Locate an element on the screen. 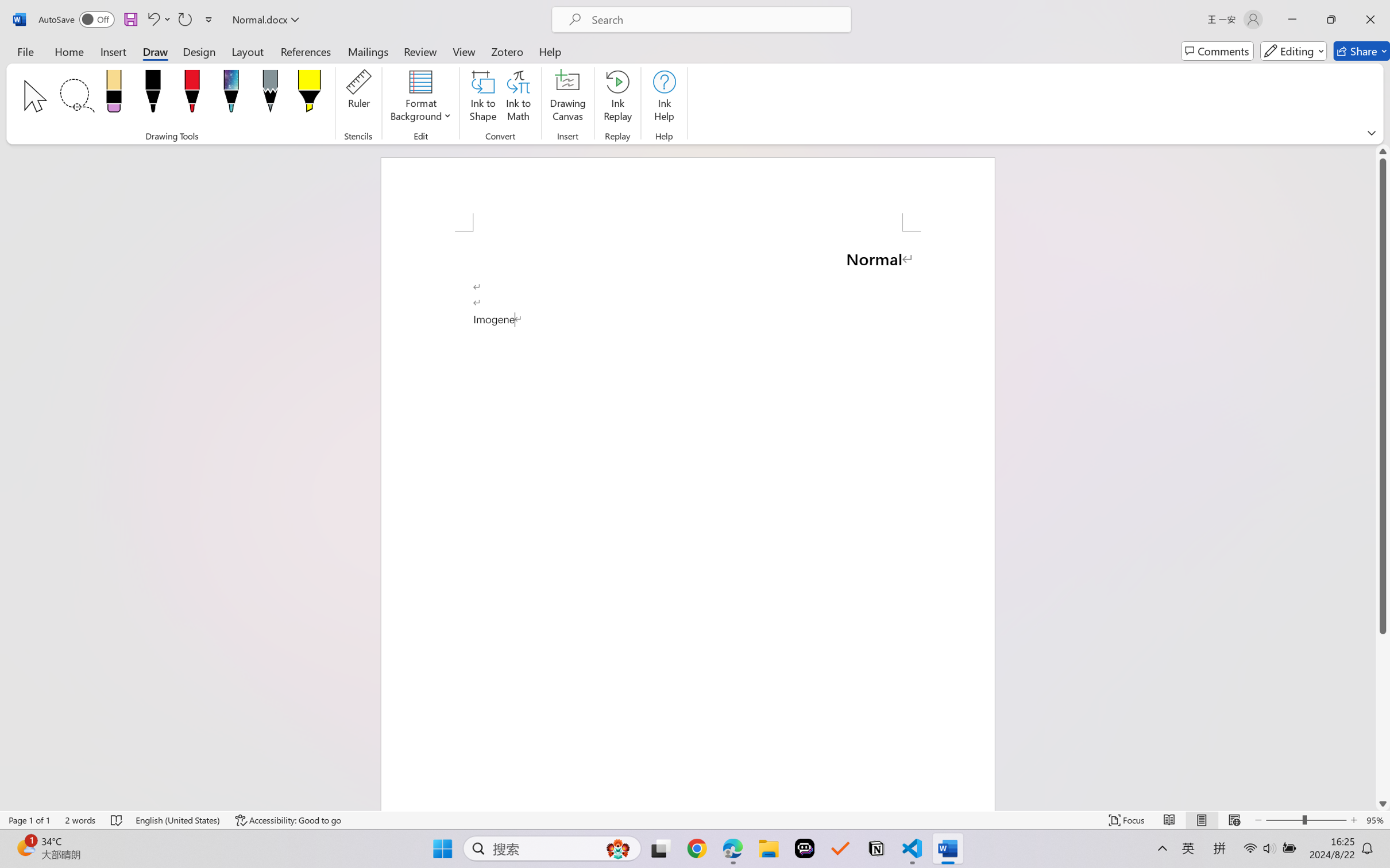  'Page Number Page 1 of 1' is located at coordinates (30, 820).